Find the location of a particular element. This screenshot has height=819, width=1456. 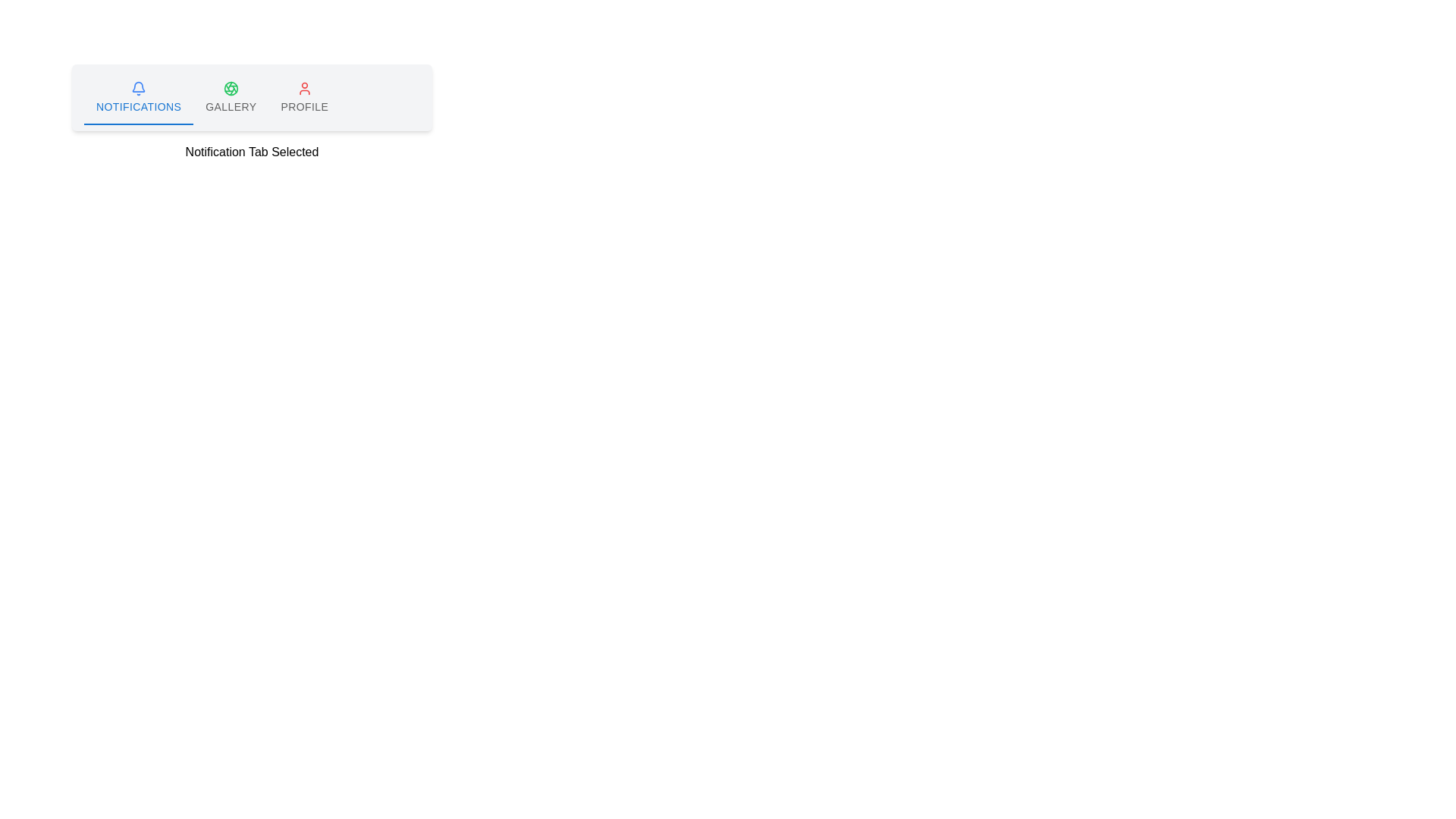

the indicator line that highlights the active tab located at the bottom edge of the 'Notifications' tab in the tab bar is located at coordinates (139, 124).